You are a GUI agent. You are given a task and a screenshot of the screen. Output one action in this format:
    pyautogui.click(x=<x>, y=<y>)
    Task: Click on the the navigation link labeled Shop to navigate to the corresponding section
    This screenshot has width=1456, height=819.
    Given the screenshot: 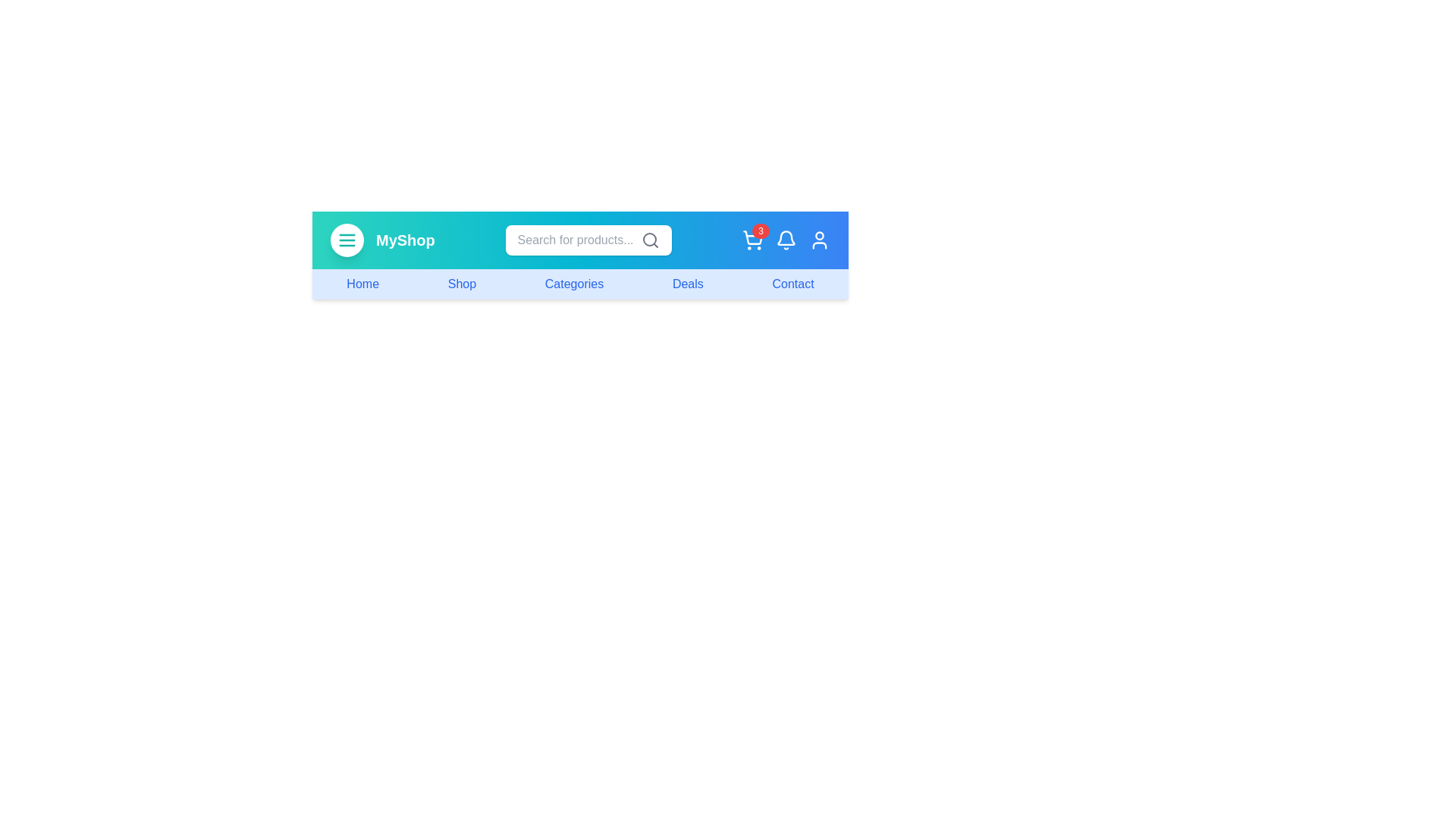 What is the action you would take?
    pyautogui.click(x=461, y=284)
    